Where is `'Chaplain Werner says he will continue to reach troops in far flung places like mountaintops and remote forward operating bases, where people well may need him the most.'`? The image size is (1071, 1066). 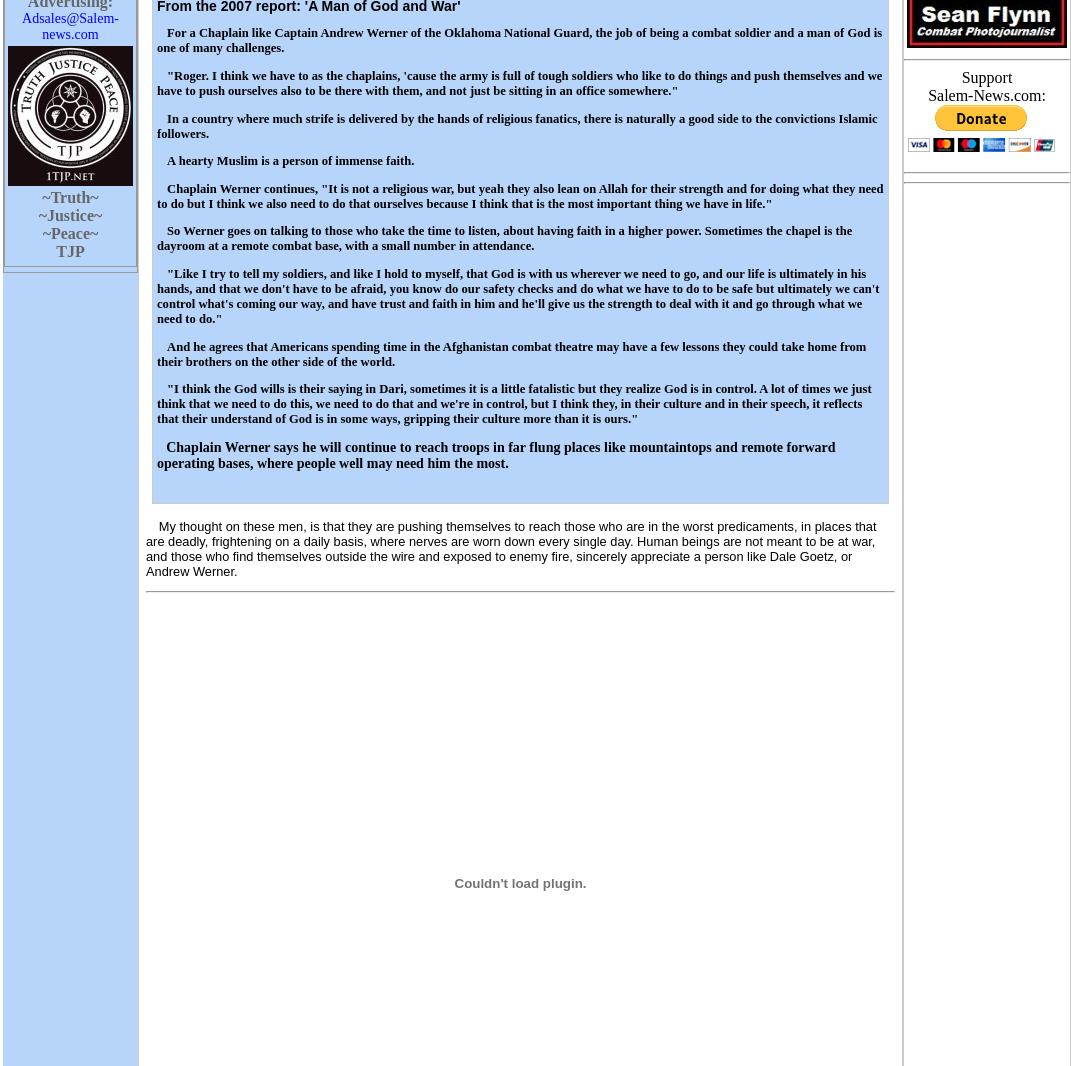 'Chaplain Werner says he will continue to reach troops in far flung places like mountaintops and remote forward operating bases, where people well may need him the most.' is located at coordinates (156, 454).